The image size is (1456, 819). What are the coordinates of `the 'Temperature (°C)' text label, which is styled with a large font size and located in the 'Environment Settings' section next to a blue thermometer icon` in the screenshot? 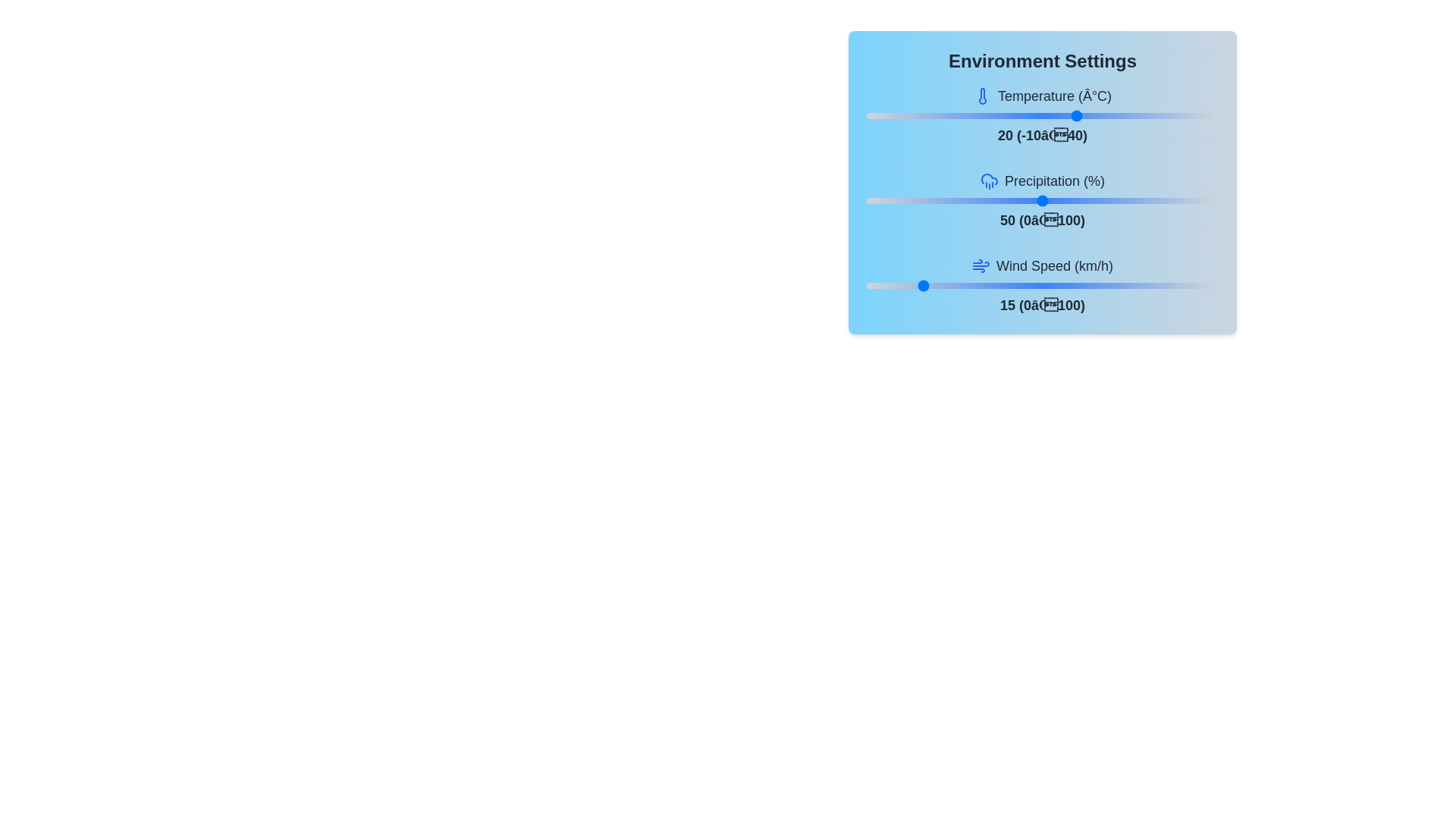 It's located at (1054, 96).